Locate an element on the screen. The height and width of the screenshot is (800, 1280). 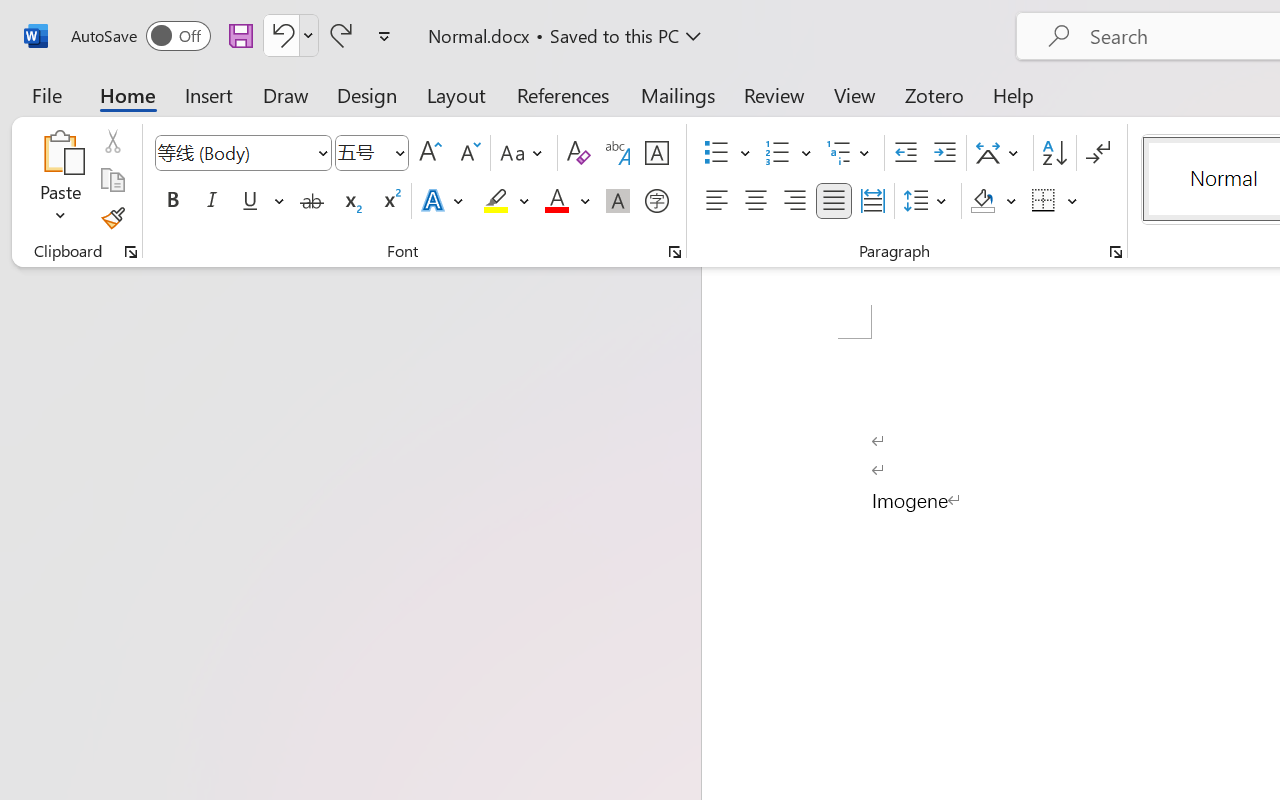
'Paragraph...' is located at coordinates (1114, 251).